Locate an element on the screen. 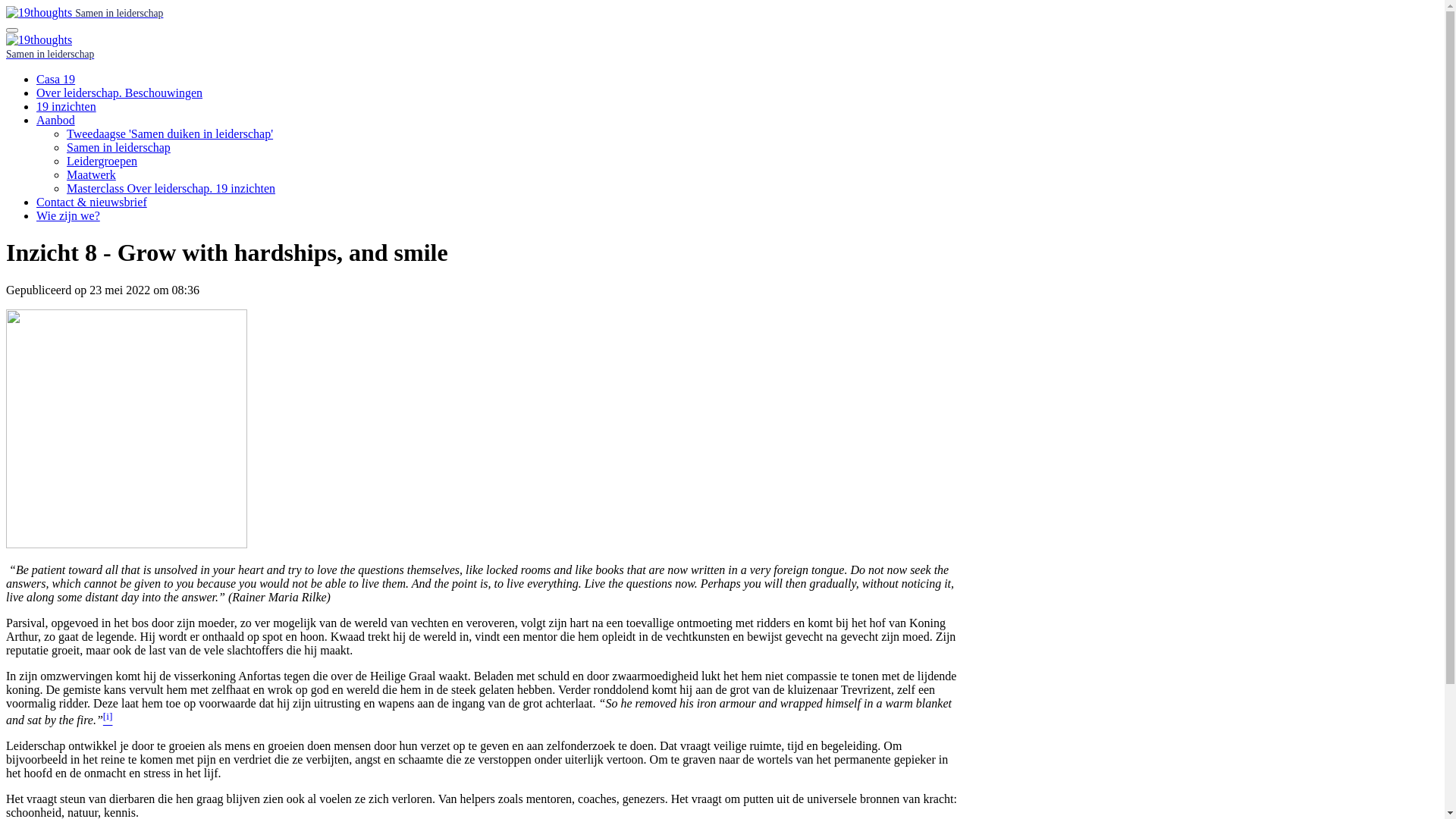 The height and width of the screenshot is (819, 1456). 'Masterclass Over leiderschap. 19 inzichten' is located at coordinates (65, 187).